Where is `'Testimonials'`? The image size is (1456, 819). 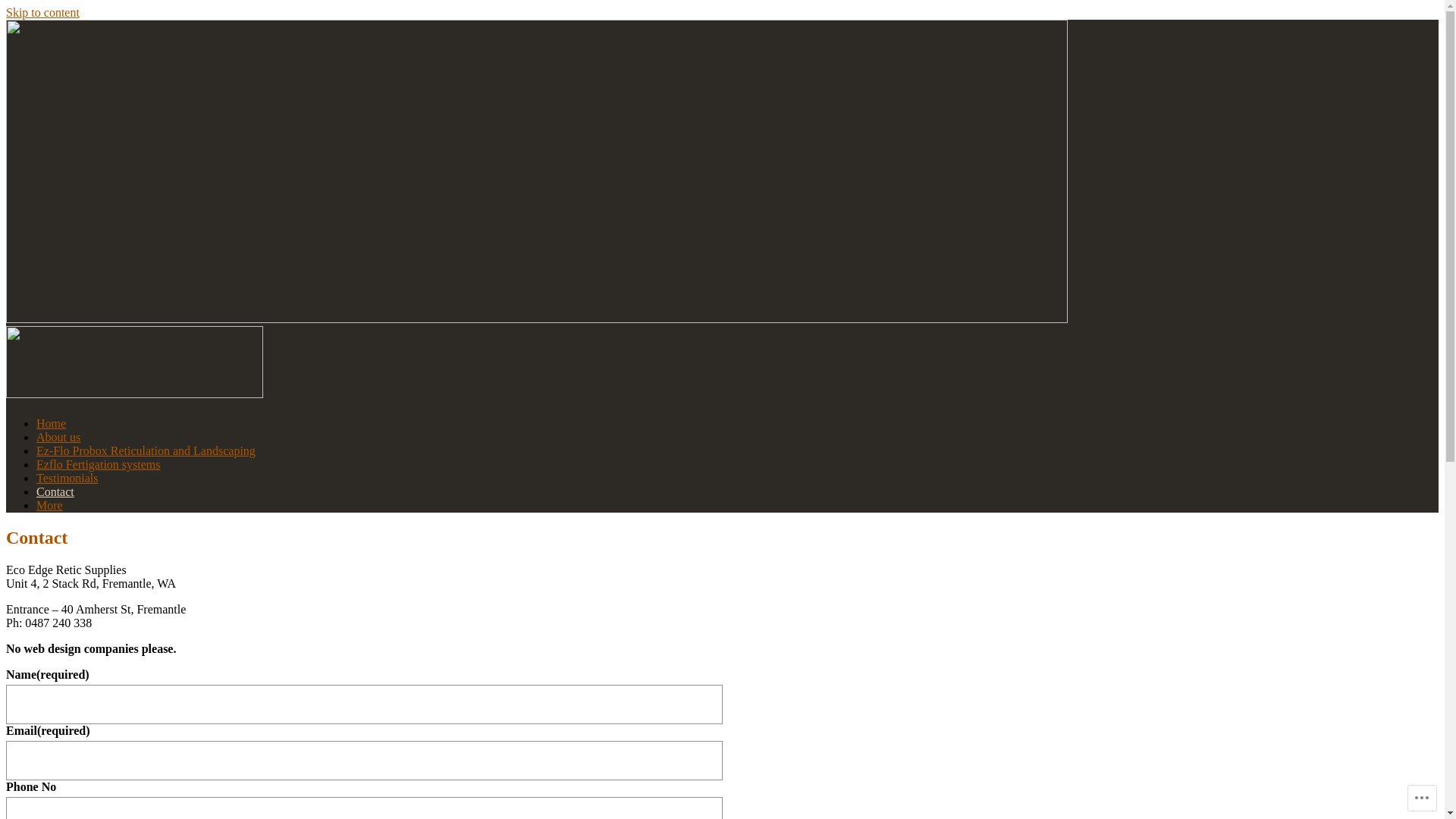
'Testimonials' is located at coordinates (36, 478).